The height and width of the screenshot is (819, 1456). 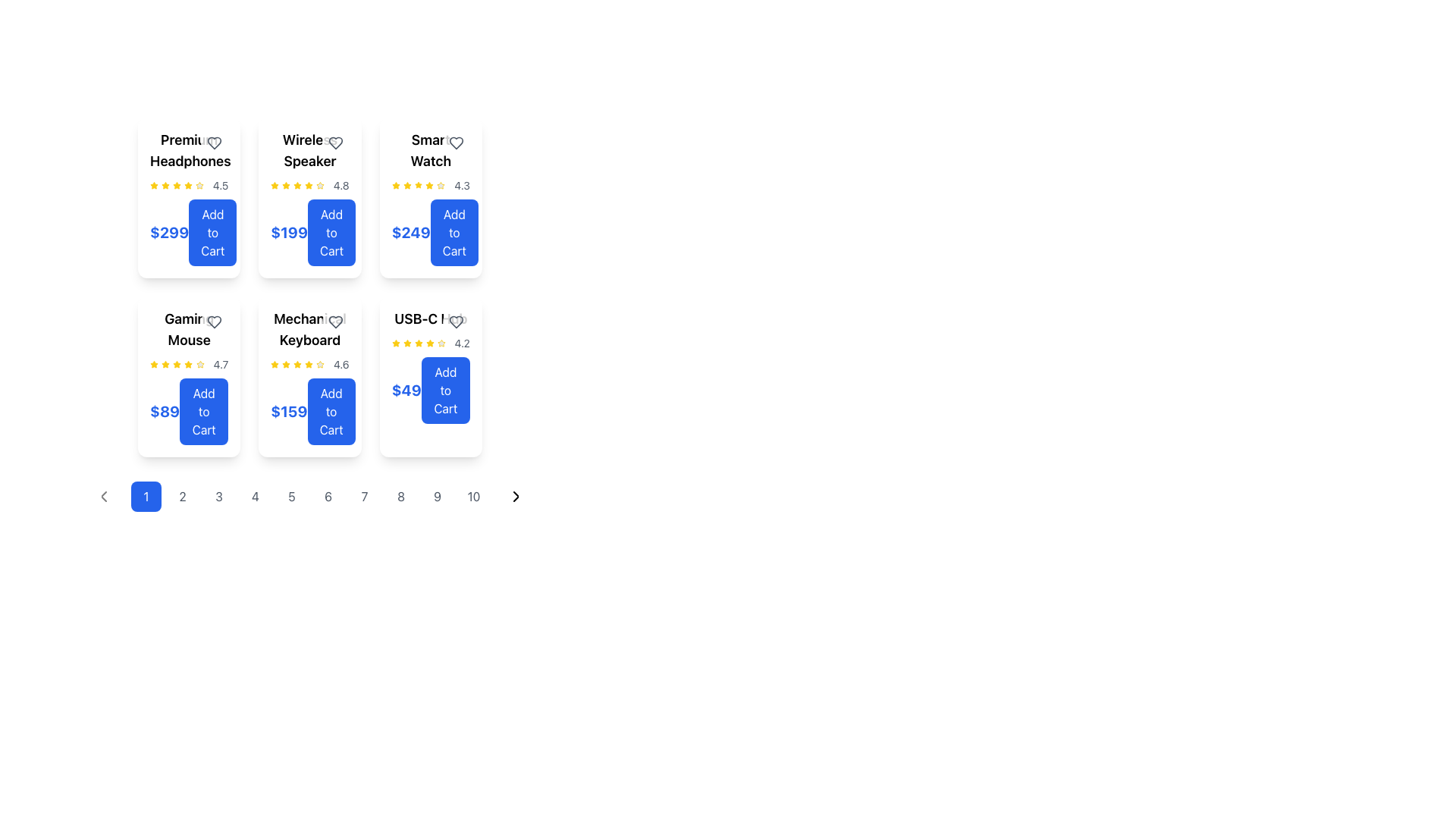 I want to click on the heart icon located in the top-right corner of the 'USB-C Hub' item box to change its color, so click(x=455, y=321).